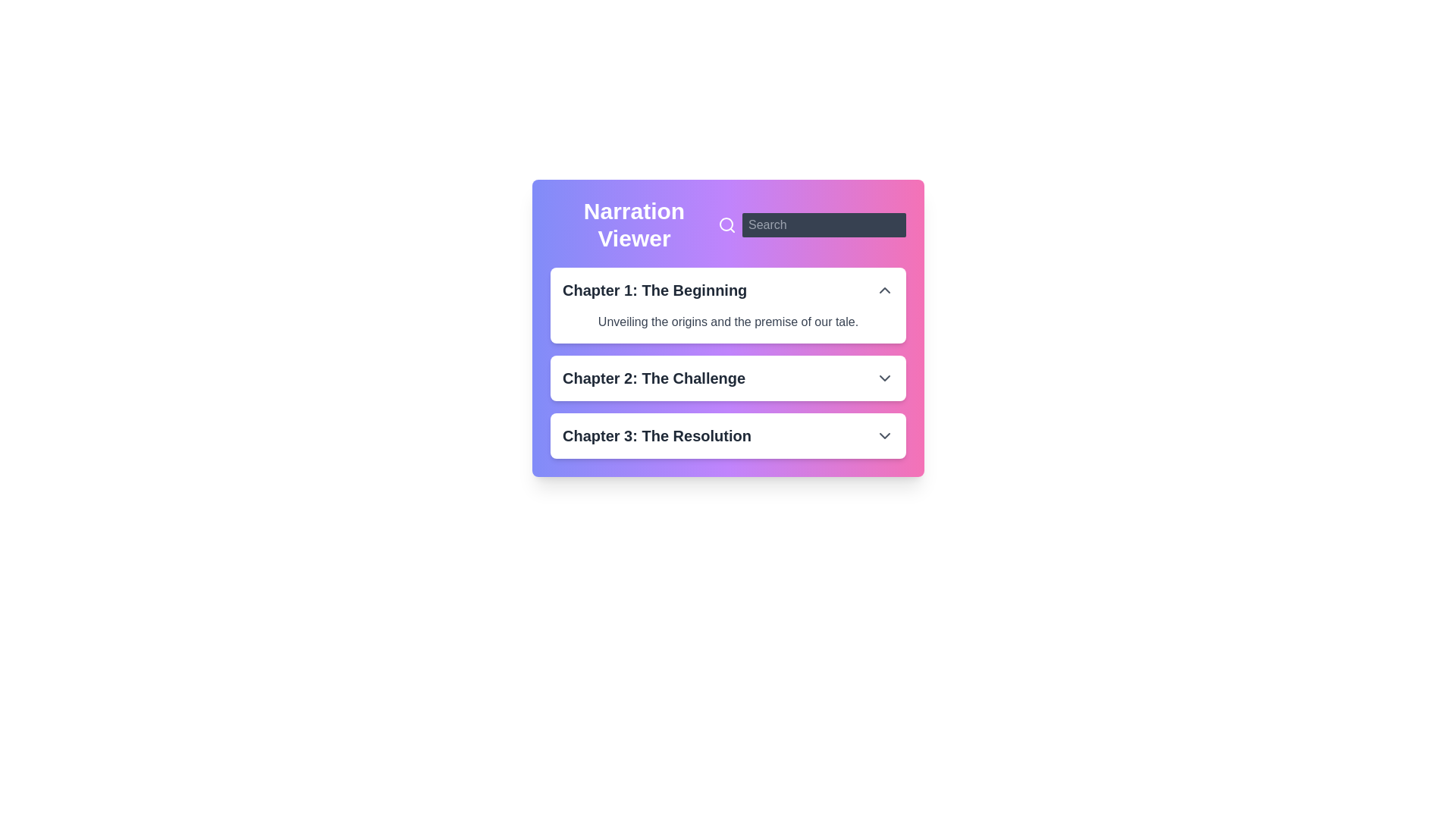  I want to click on text element displaying 'Unveiling the origins and the premise of our tale.' located below the title 'Chapter 1: The Beginning' in the content block, so click(728, 321).